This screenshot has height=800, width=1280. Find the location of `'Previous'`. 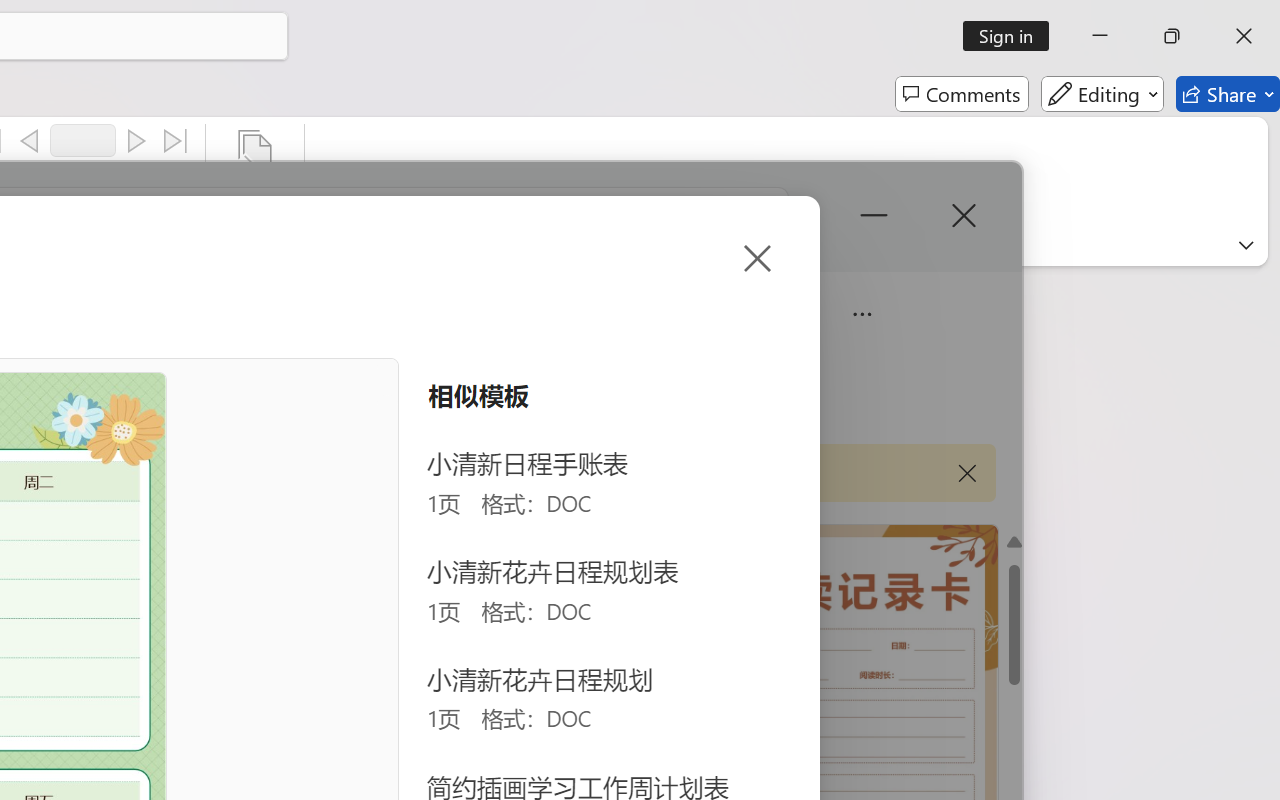

'Previous' is located at coordinates (29, 141).